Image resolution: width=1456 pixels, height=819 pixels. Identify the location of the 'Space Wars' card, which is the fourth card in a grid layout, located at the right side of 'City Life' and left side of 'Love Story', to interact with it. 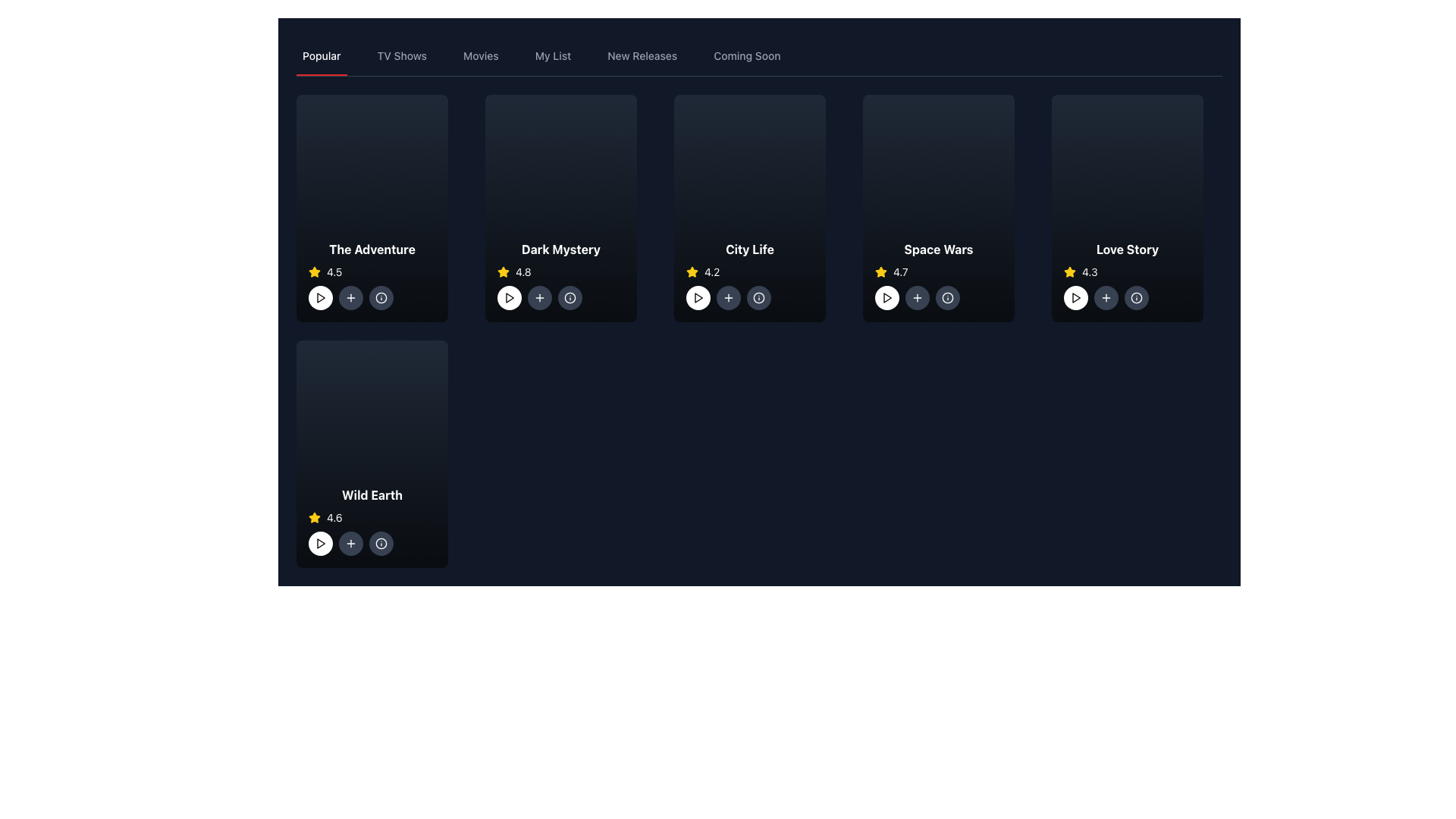
(938, 208).